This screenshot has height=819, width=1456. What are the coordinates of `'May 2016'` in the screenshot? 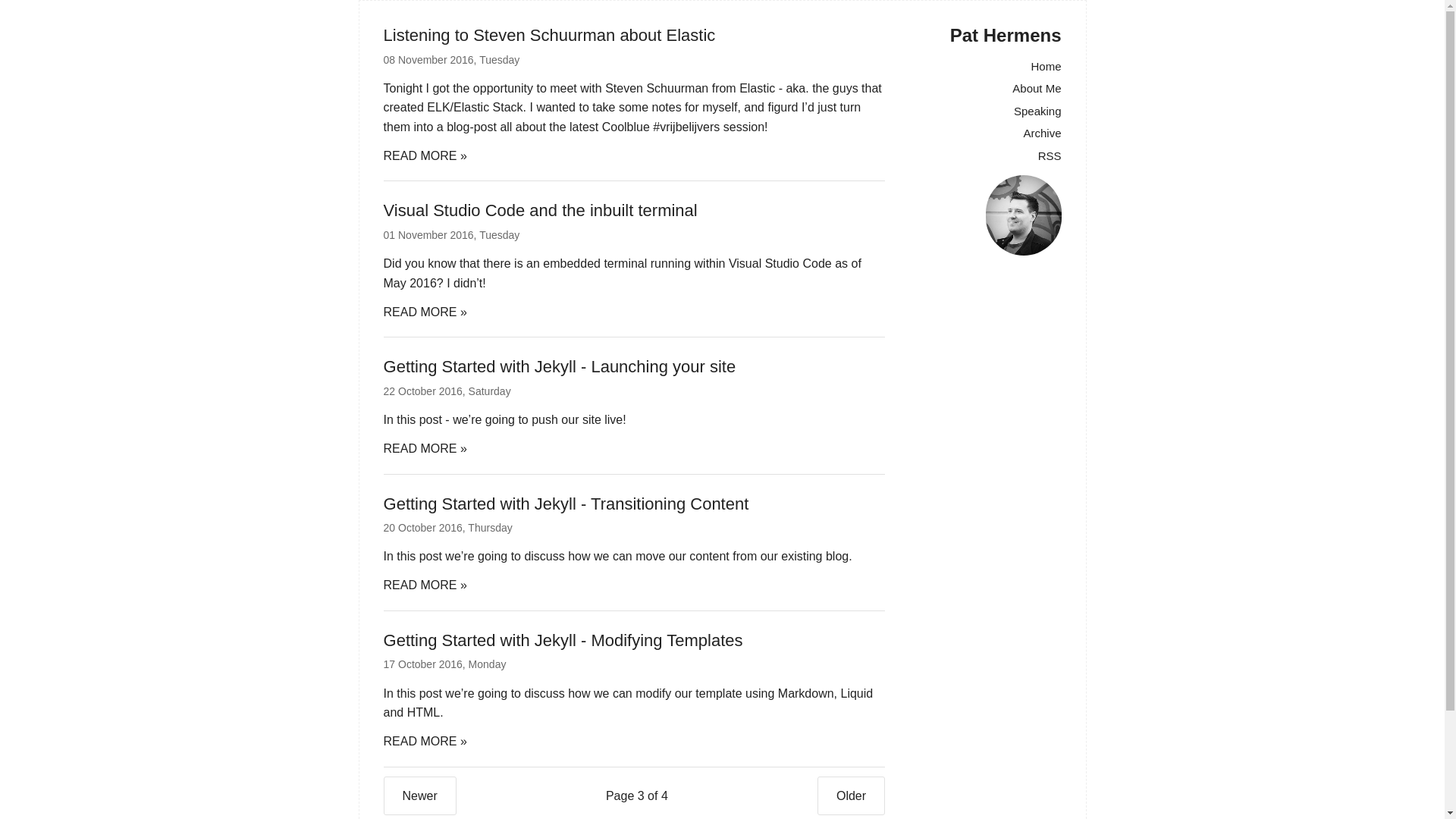 It's located at (410, 283).